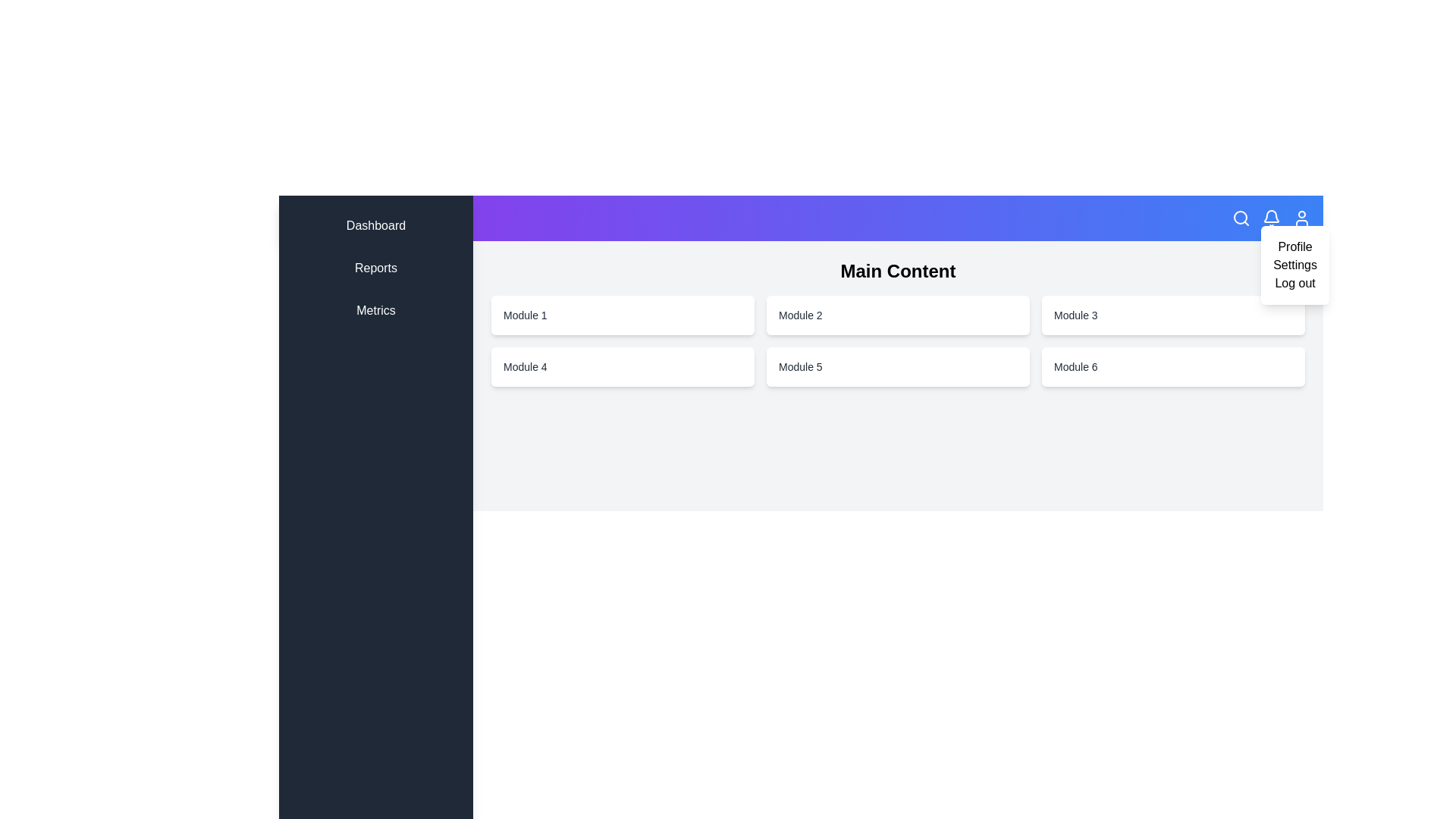  I want to click on the 'Module 5' informational card, which is a rectangular card with a white background and slightly rounded corners, located in the lower row of a two-row grid layout, so click(898, 366).